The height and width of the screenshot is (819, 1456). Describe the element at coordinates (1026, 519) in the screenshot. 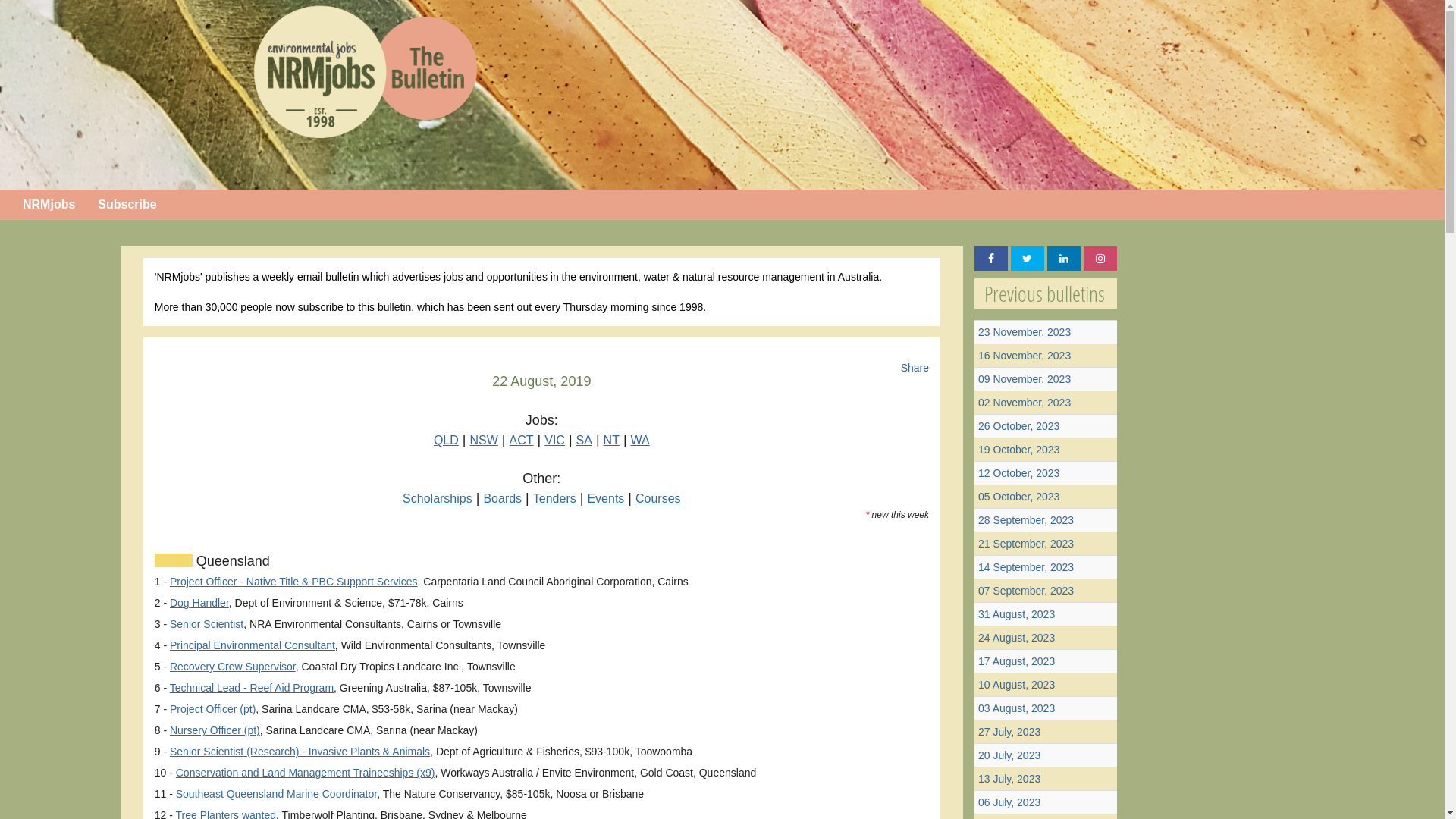

I see `'28 September, 2023'` at that location.